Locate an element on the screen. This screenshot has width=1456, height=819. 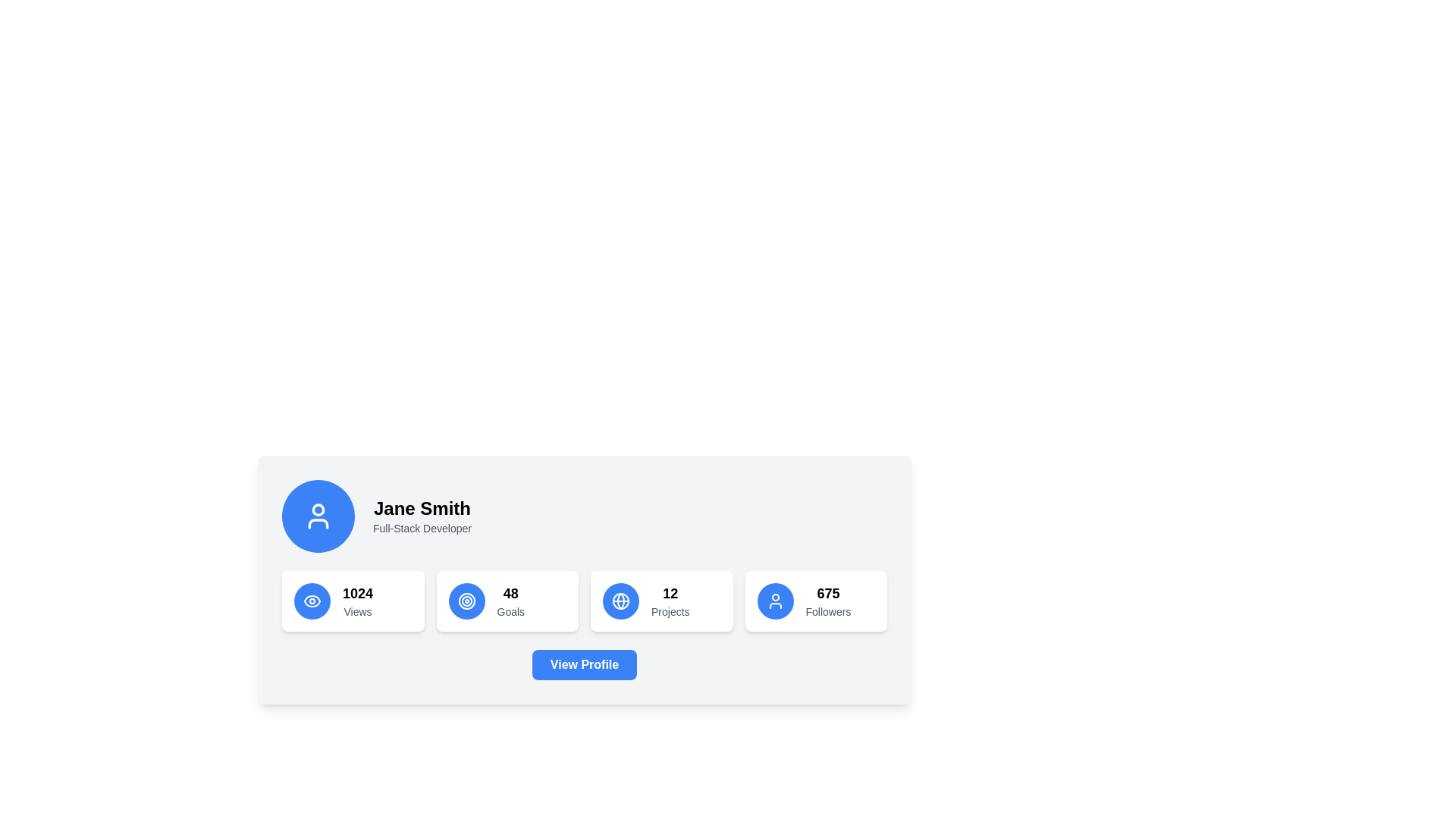
the numeric value representing the number of 'Followers' in the 'Followers' stat section of the profile, which is purely informational and displayed above the term 'Followers' is located at coordinates (827, 593).